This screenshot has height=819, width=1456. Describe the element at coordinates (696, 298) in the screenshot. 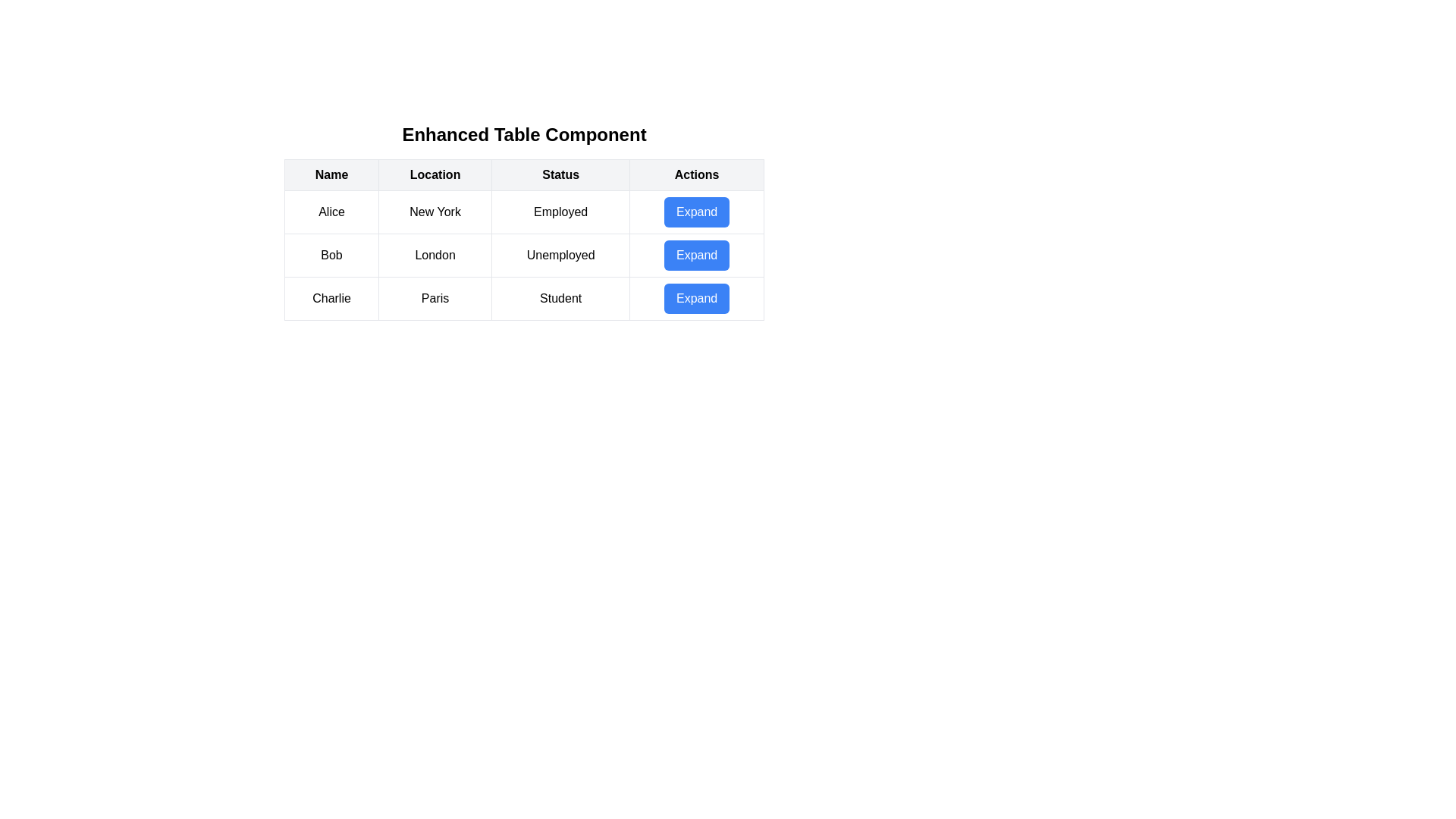

I see `the button located in the 'Actions' column of the last row in the table adjacent to the 'Charlie, Paris, Student' row` at that location.